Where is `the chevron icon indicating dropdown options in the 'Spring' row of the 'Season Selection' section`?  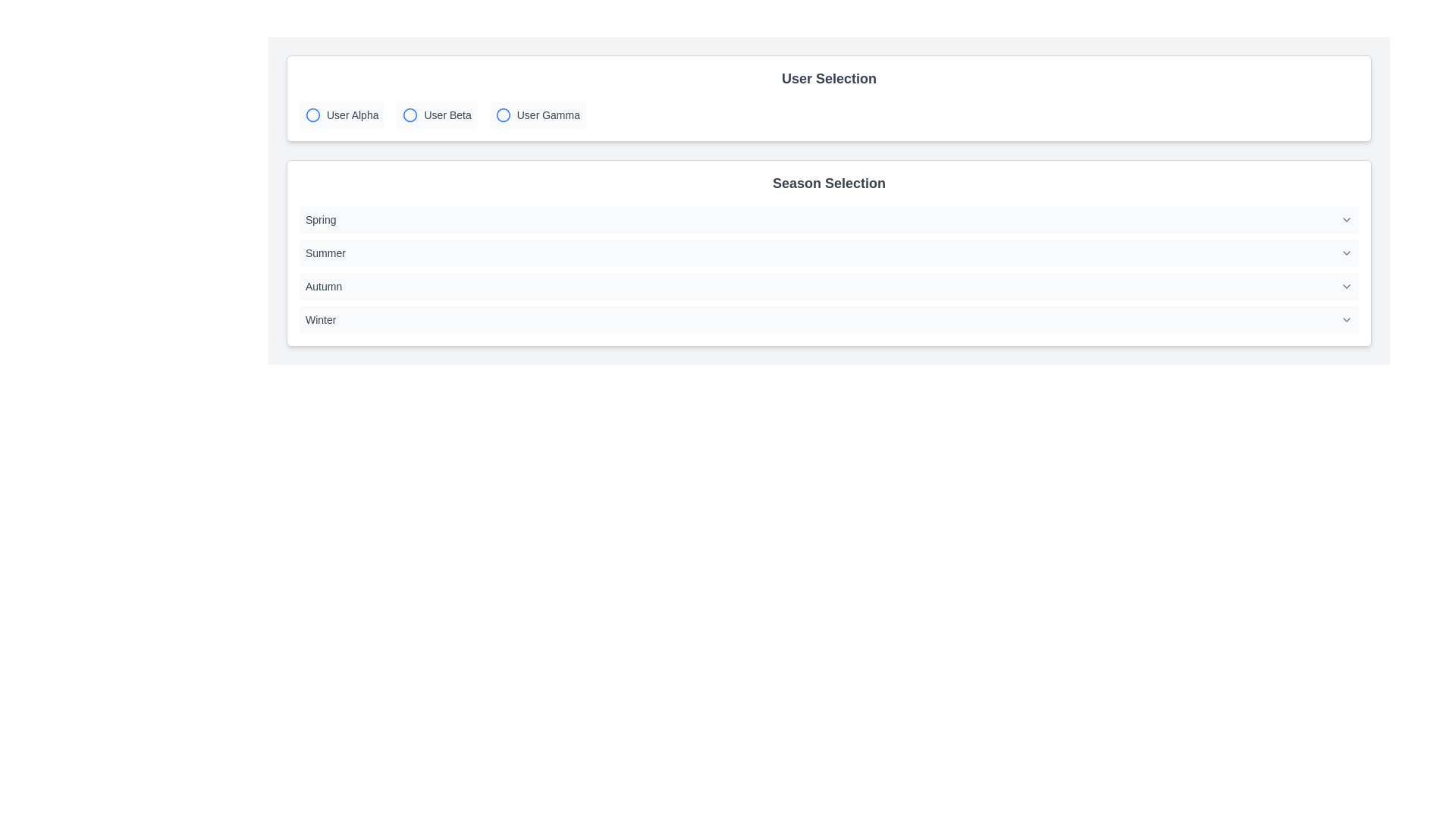 the chevron icon indicating dropdown options in the 'Spring' row of the 'Season Selection' section is located at coordinates (1347, 219).